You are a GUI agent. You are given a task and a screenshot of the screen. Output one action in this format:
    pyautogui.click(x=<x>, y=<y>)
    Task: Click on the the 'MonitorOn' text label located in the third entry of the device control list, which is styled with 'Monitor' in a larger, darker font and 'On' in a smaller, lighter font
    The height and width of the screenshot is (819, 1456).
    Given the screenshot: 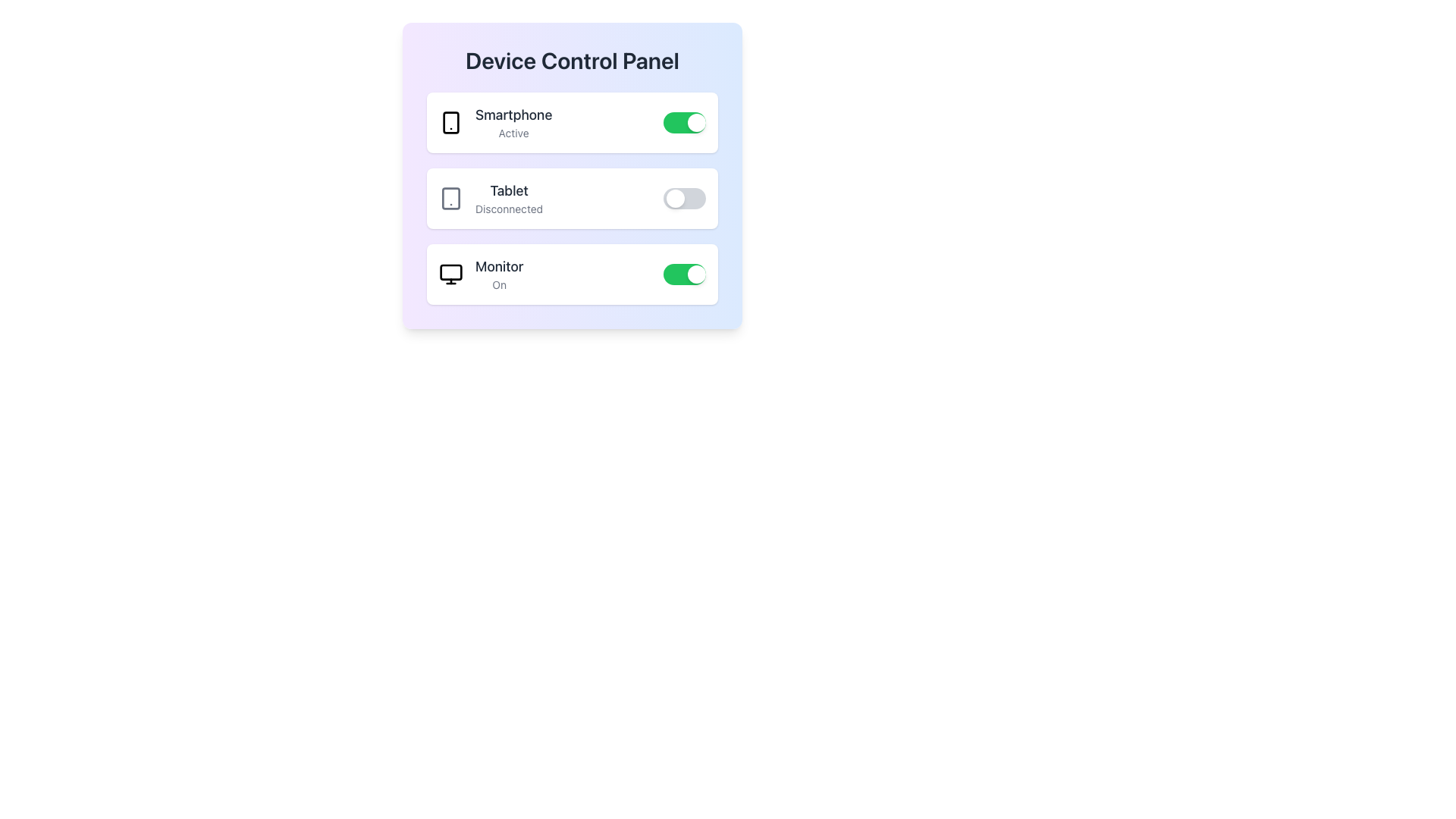 What is the action you would take?
    pyautogui.click(x=499, y=275)
    